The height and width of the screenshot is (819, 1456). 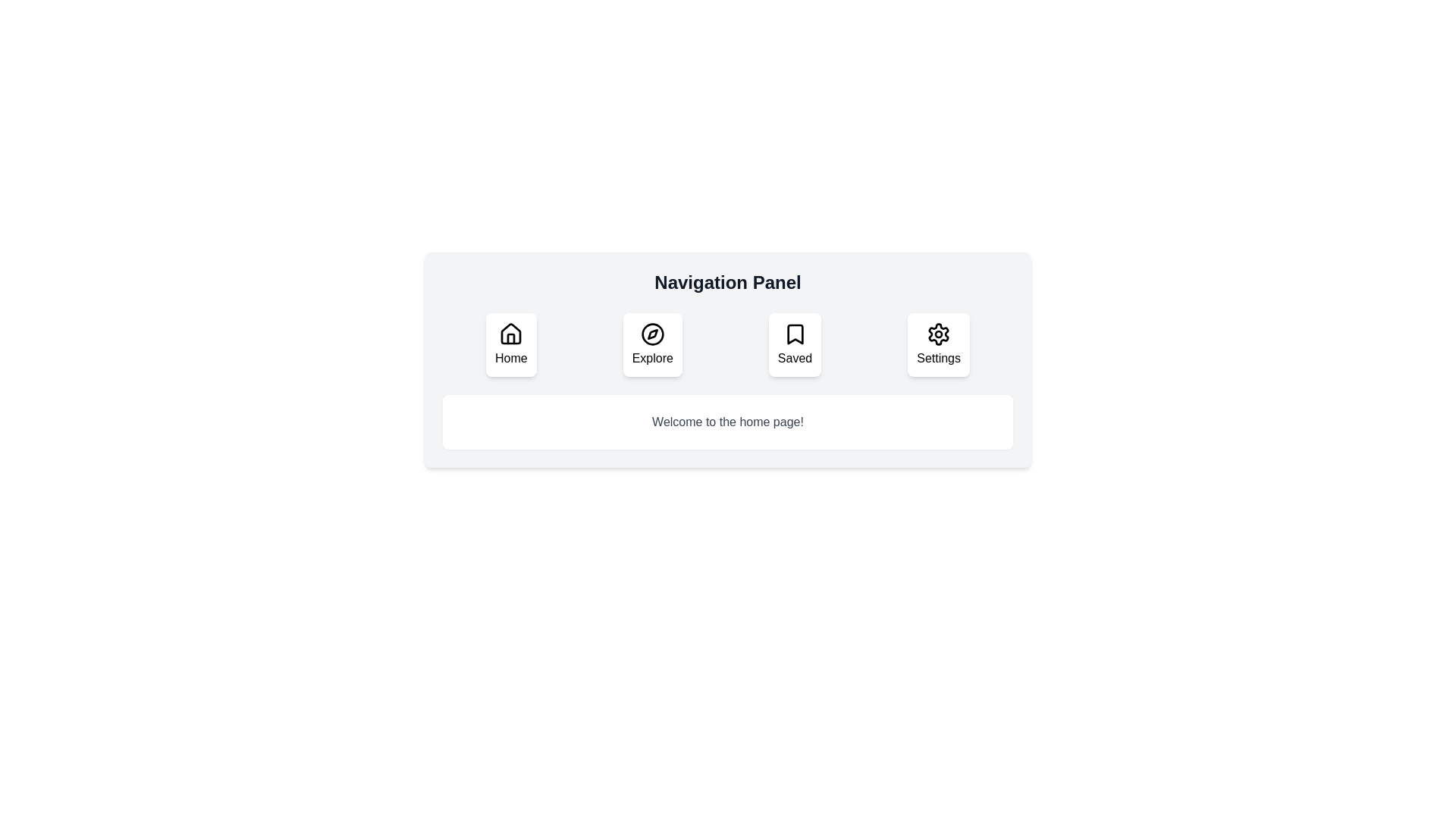 What do you see at coordinates (728, 422) in the screenshot?
I see `text label that displays 'Welcome to the home page!' centered in a white background below the navigation panel` at bounding box center [728, 422].